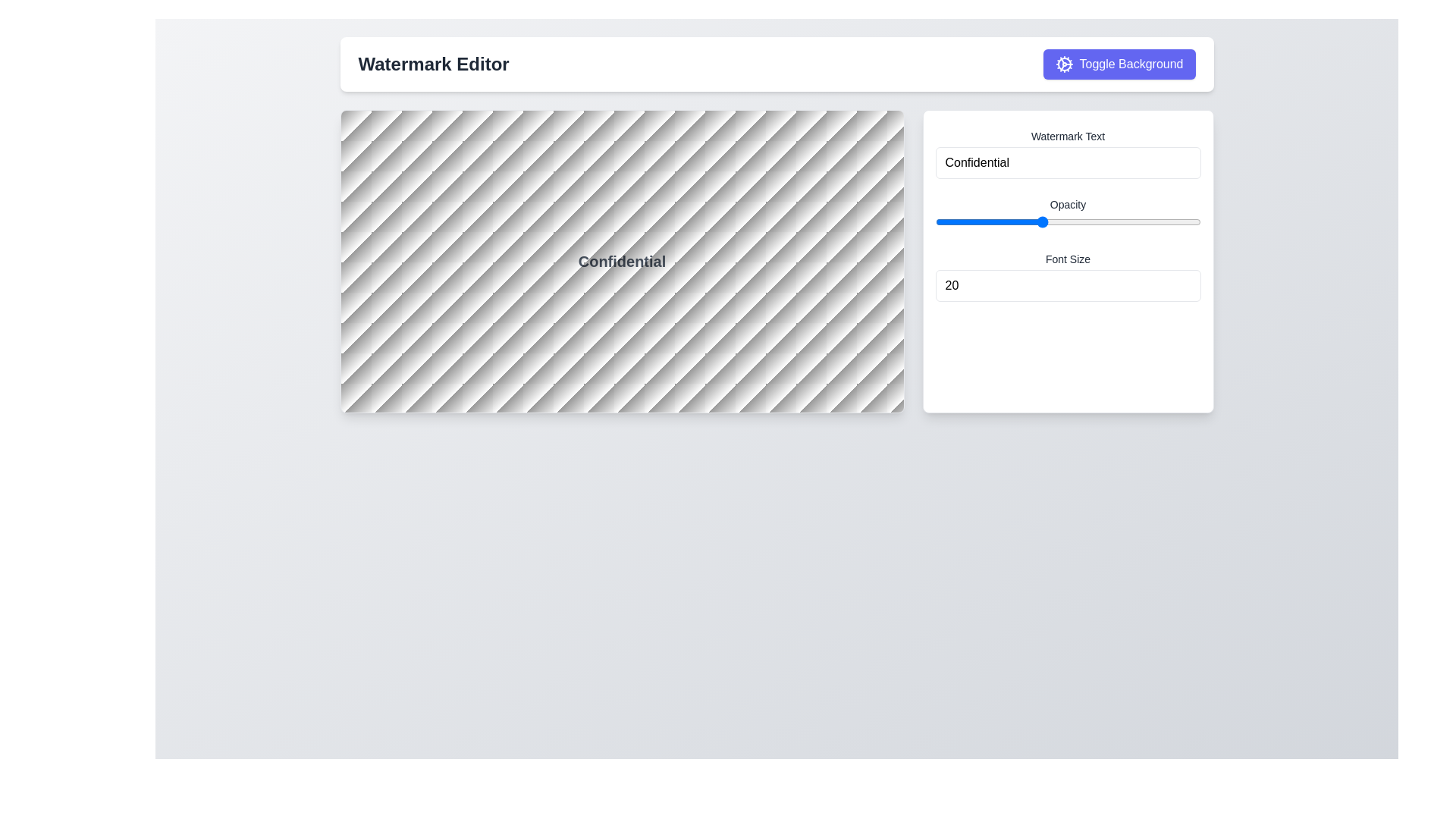 Image resolution: width=1456 pixels, height=819 pixels. I want to click on the opacity value, so click(934, 222).